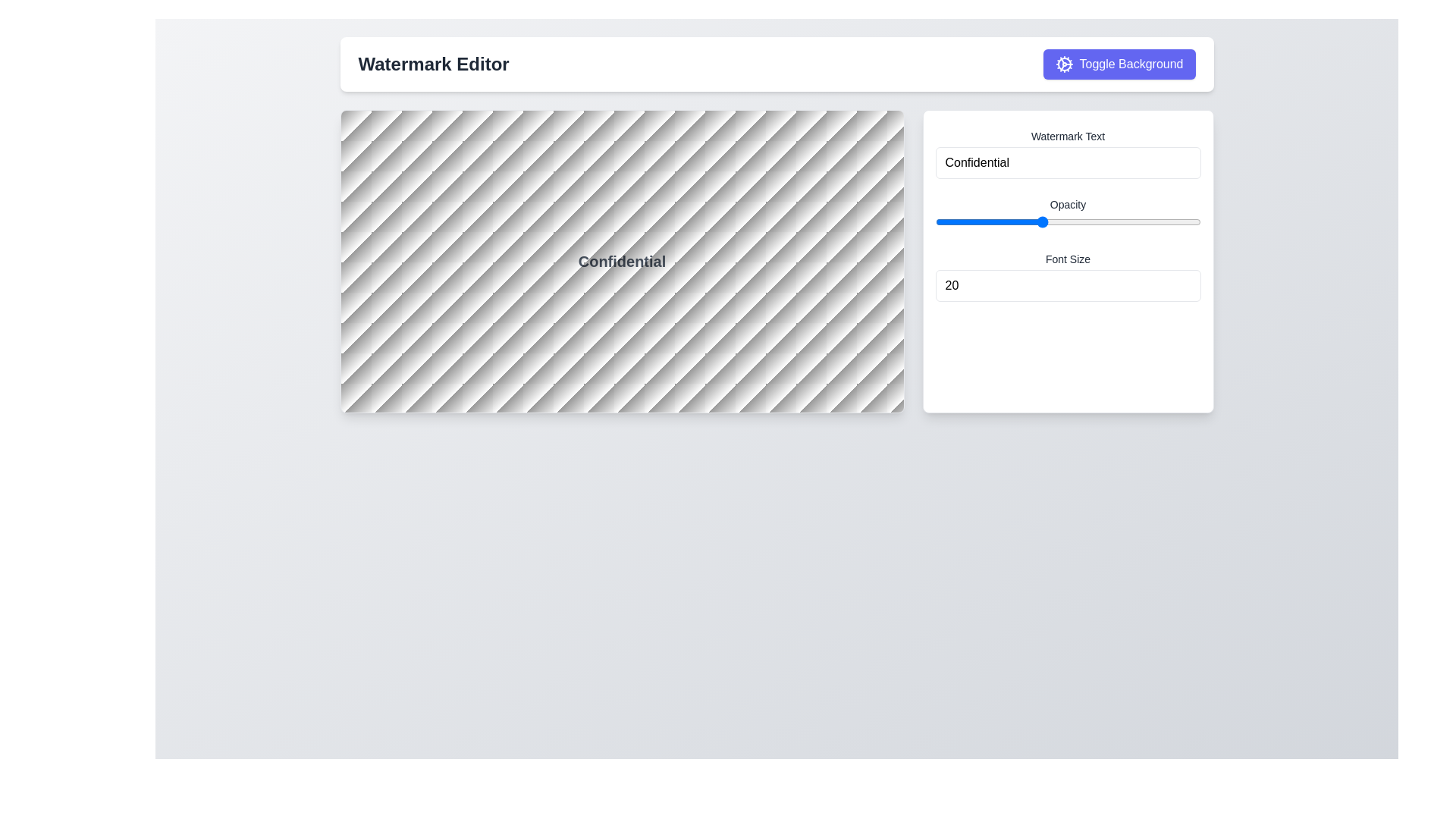 Image resolution: width=1456 pixels, height=819 pixels. I want to click on the opacity value, so click(934, 222).